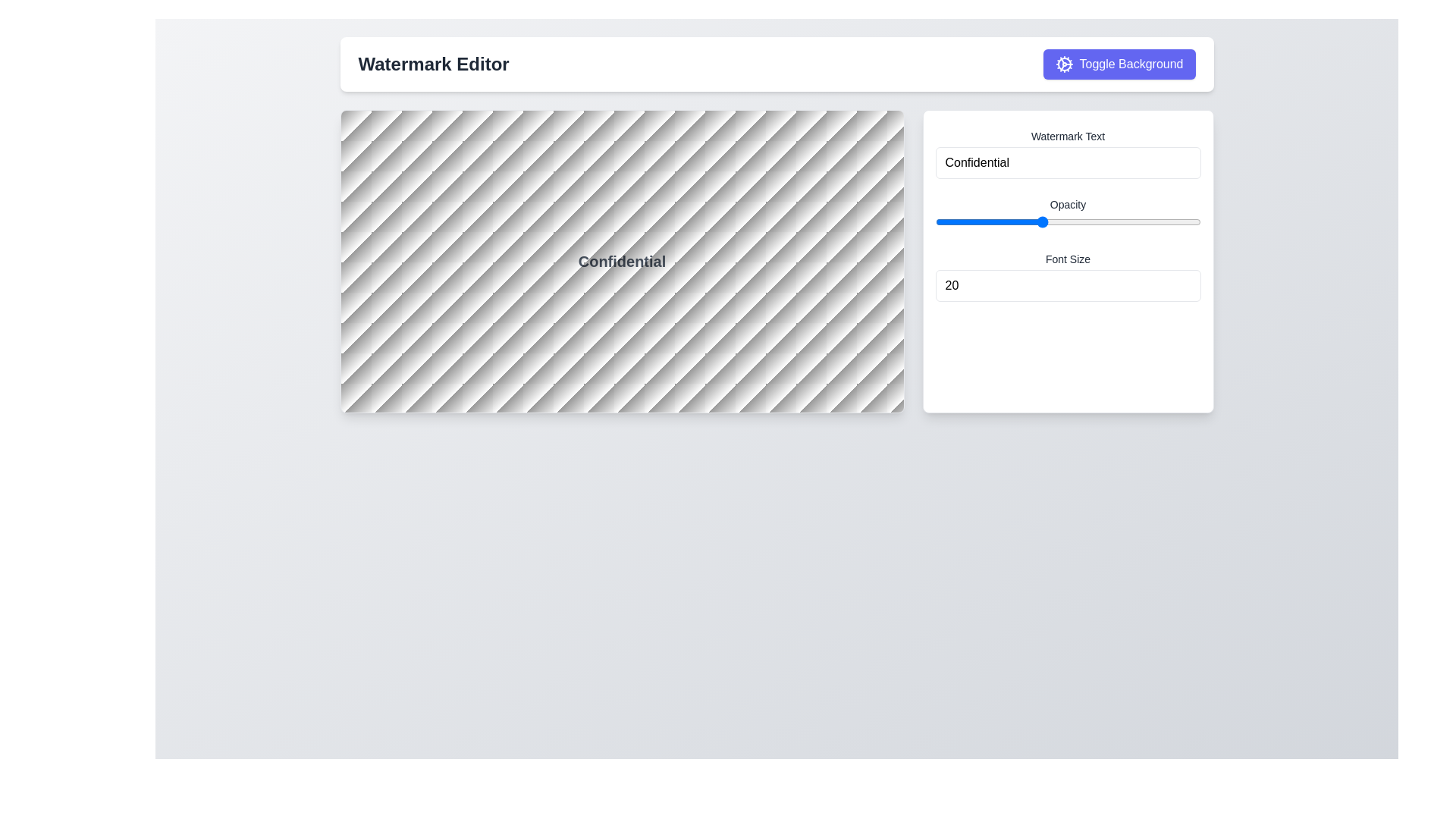 Image resolution: width=1456 pixels, height=819 pixels. I want to click on the opacity value, so click(934, 222).